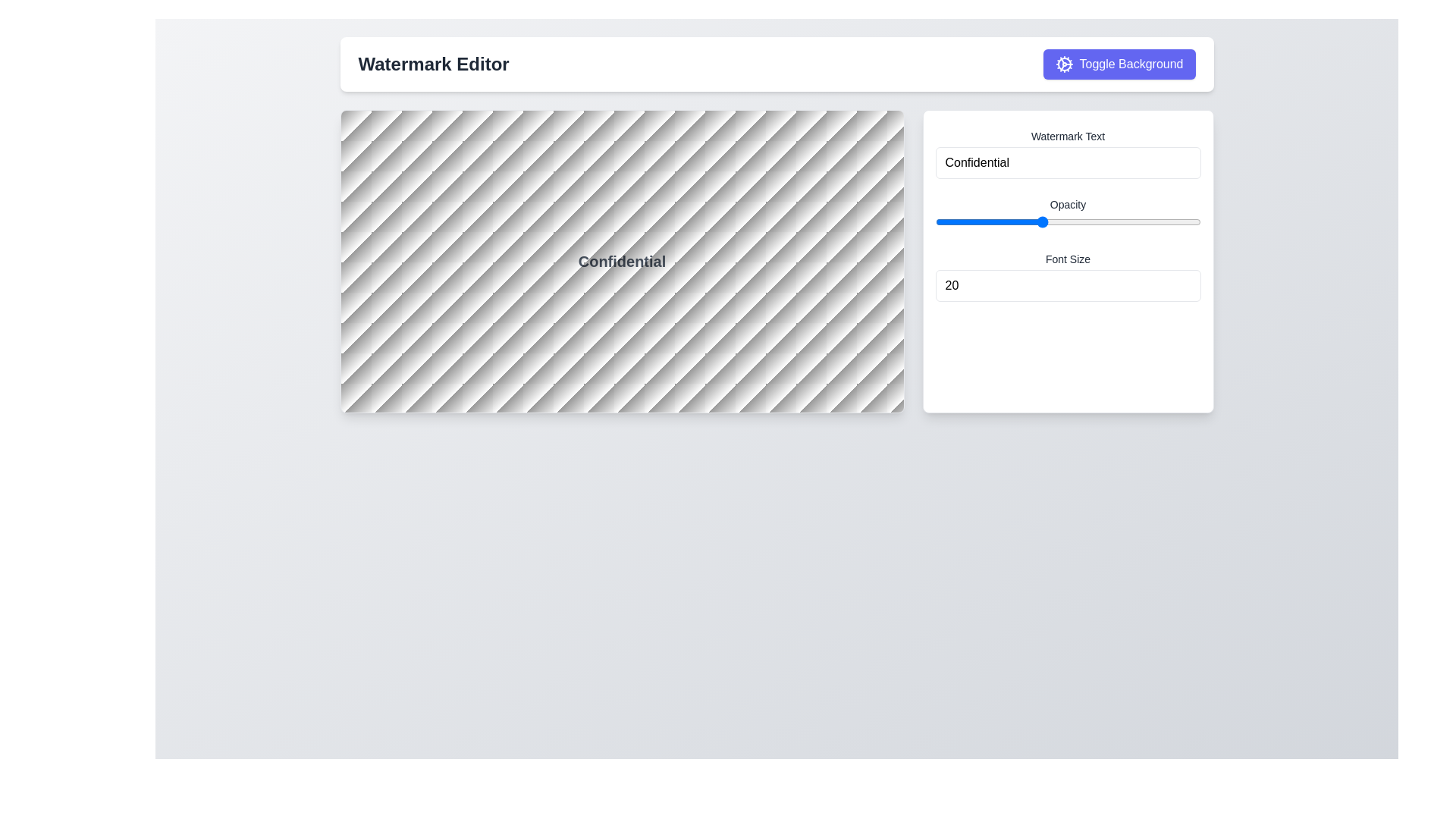 Image resolution: width=1456 pixels, height=819 pixels. I want to click on the opacity value, so click(934, 222).